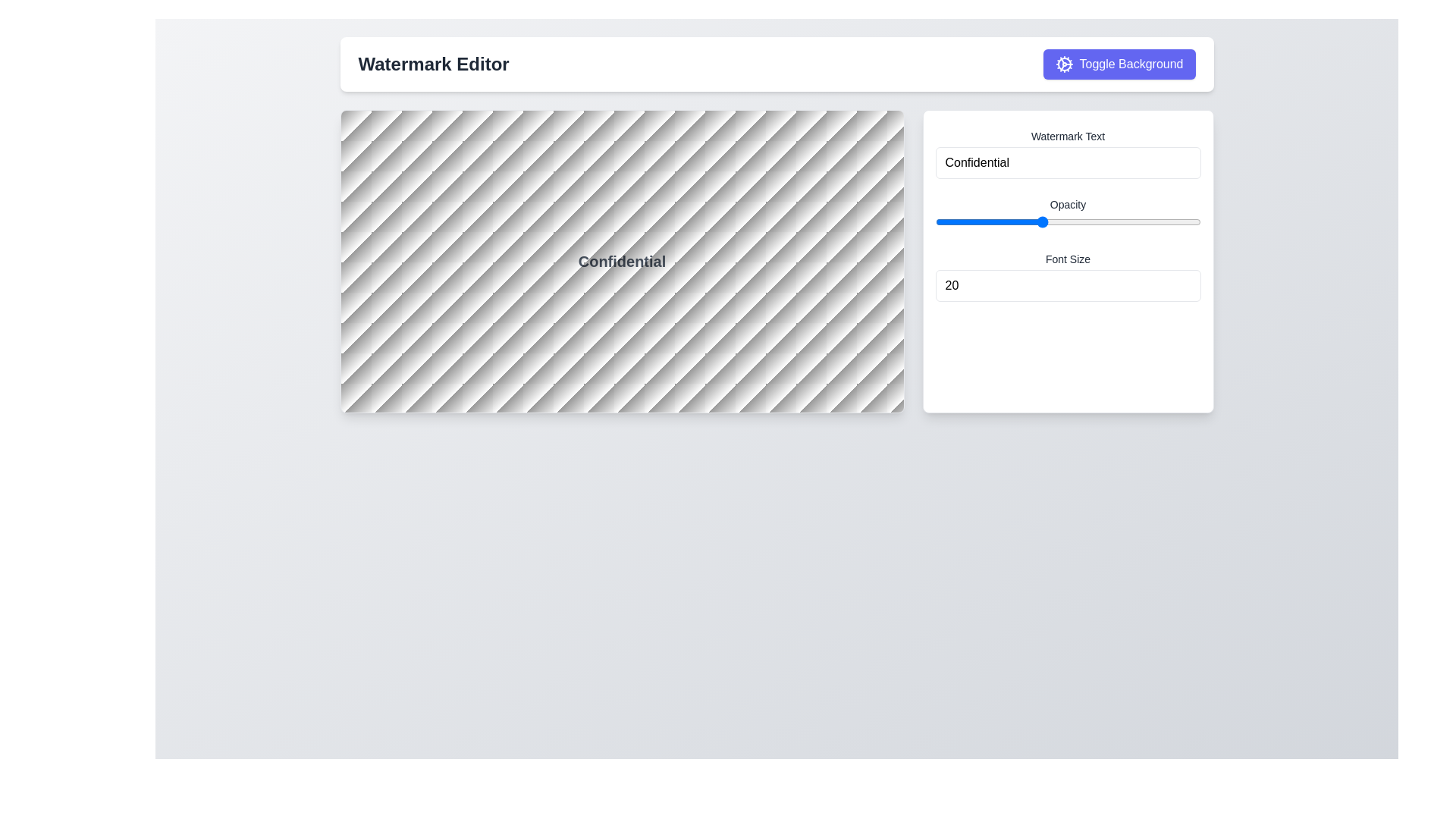 Image resolution: width=1456 pixels, height=819 pixels. I want to click on the opacity value, so click(934, 222).